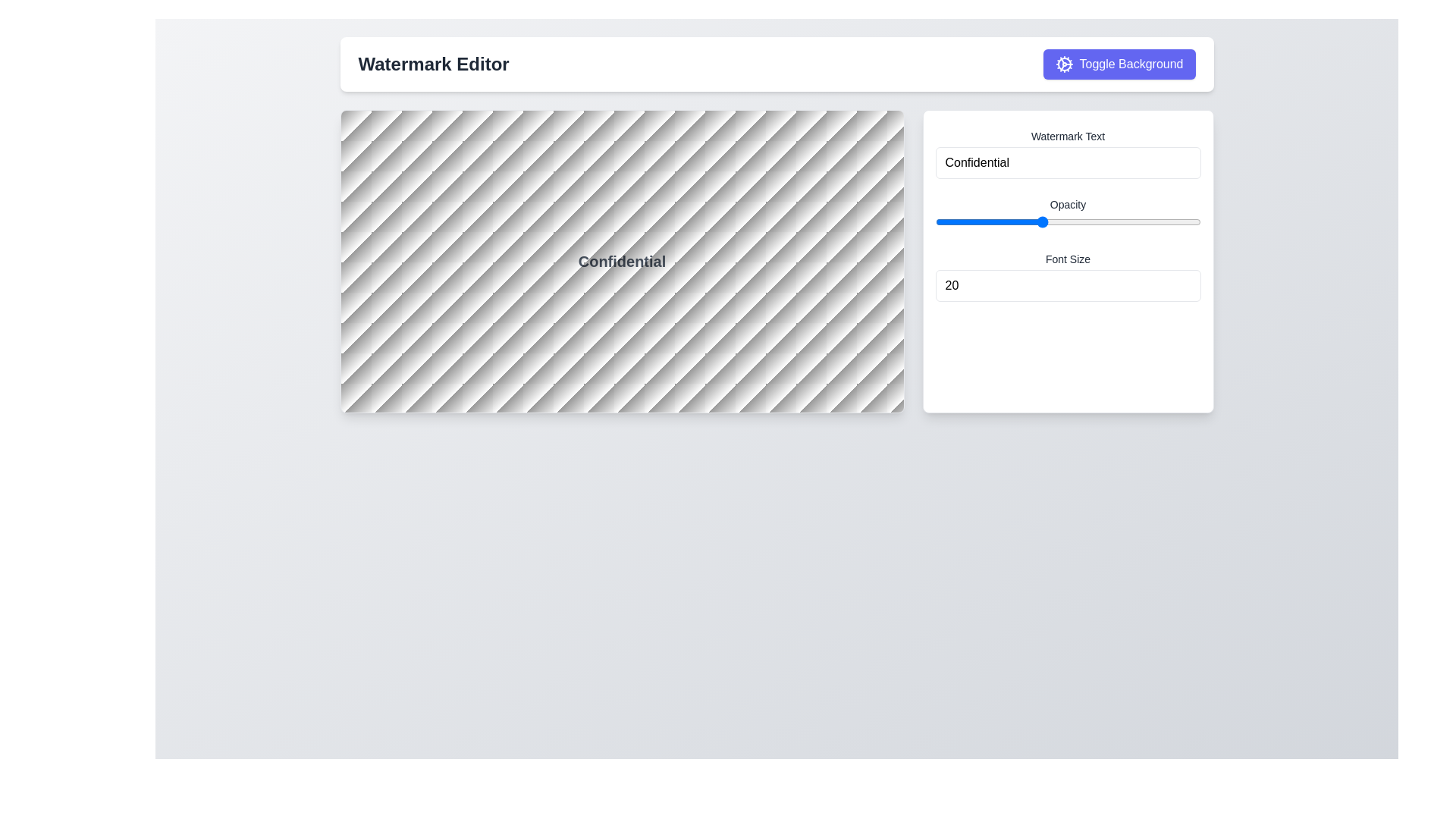 Image resolution: width=1456 pixels, height=819 pixels. I want to click on the opacity value, so click(934, 222).